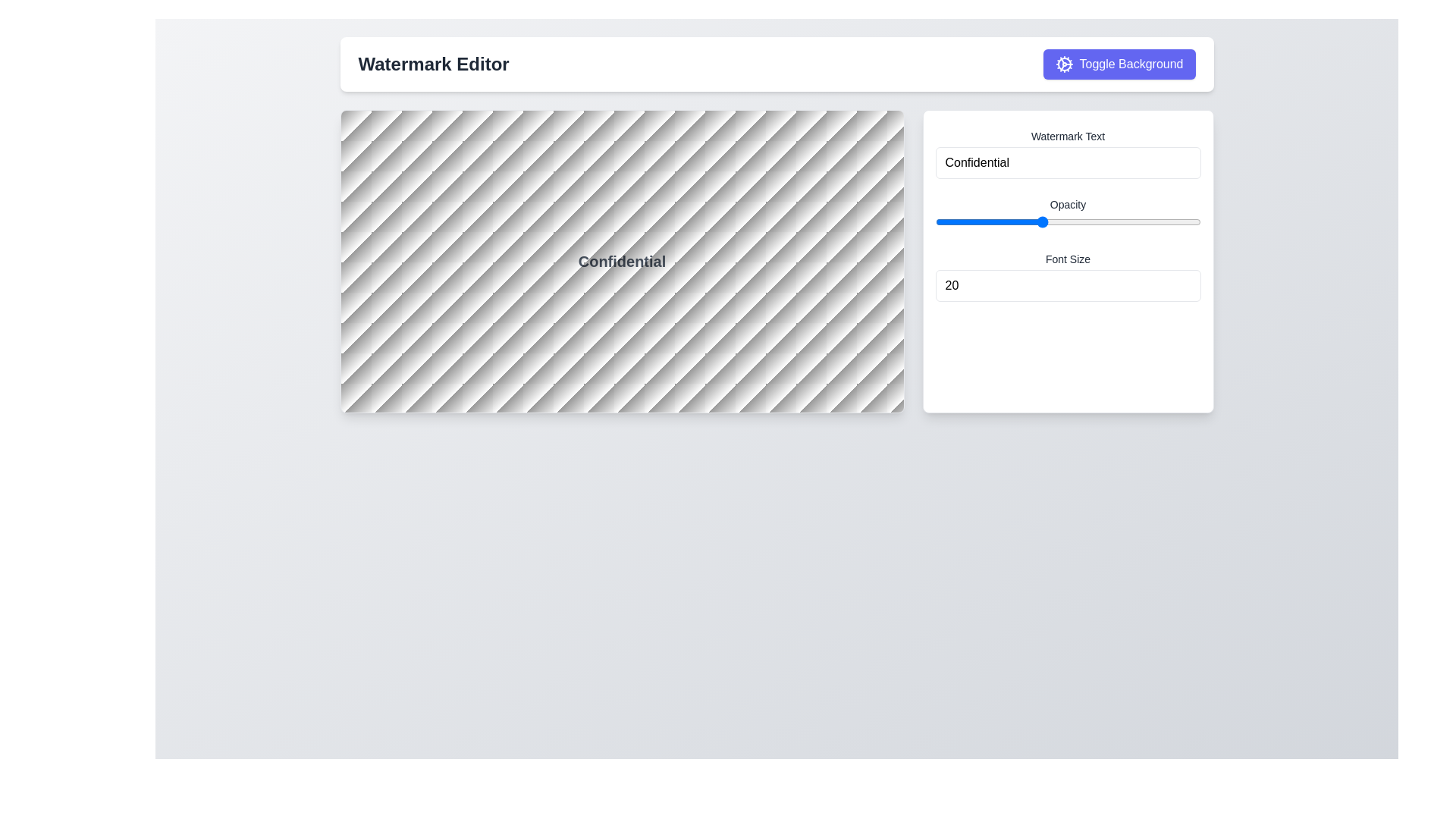 Image resolution: width=1456 pixels, height=819 pixels. I want to click on the opacity value, so click(934, 222).